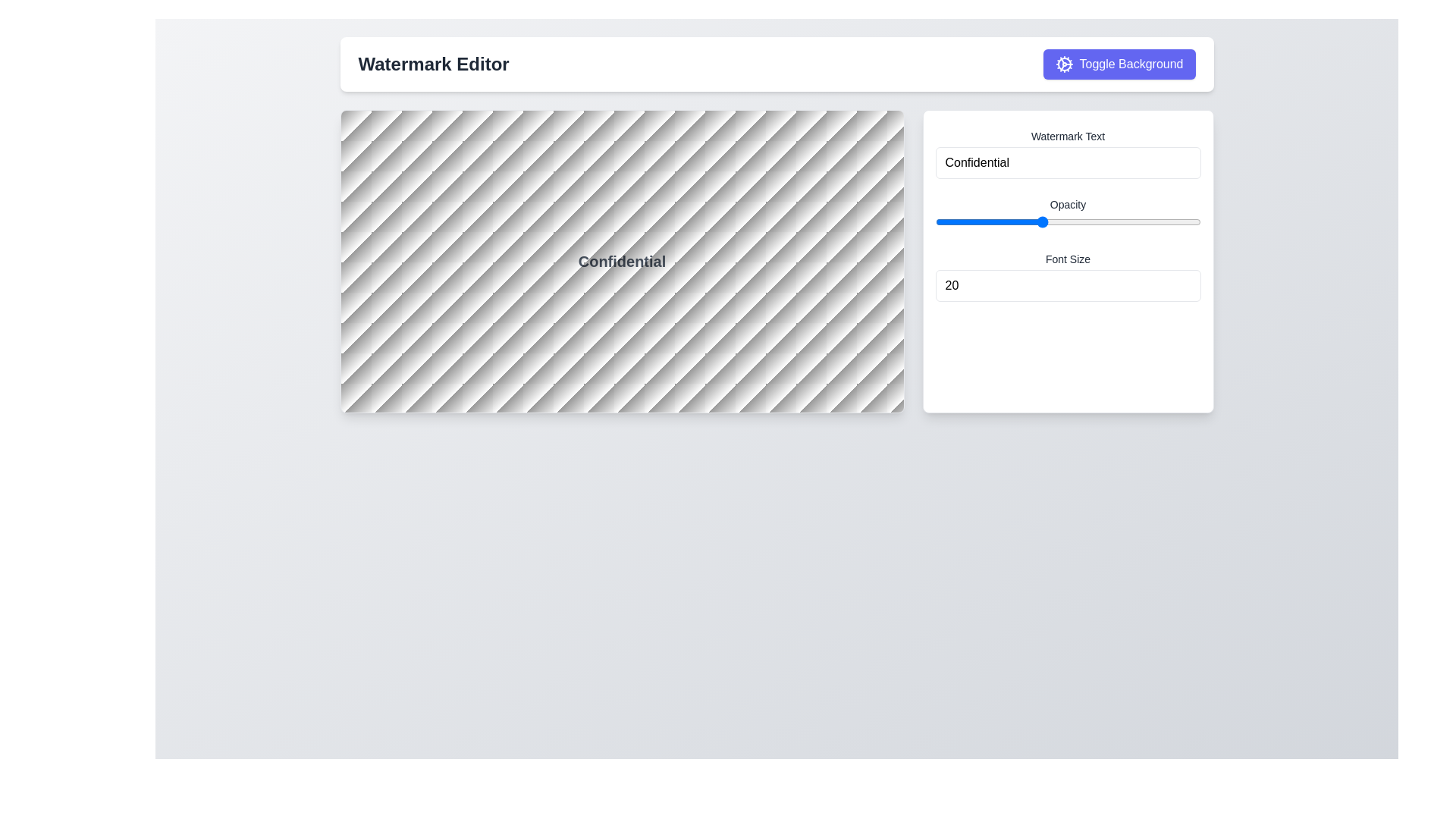 Image resolution: width=1456 pixels, height=819 pixels. I want to click on the opacity value, so click(934, 222).